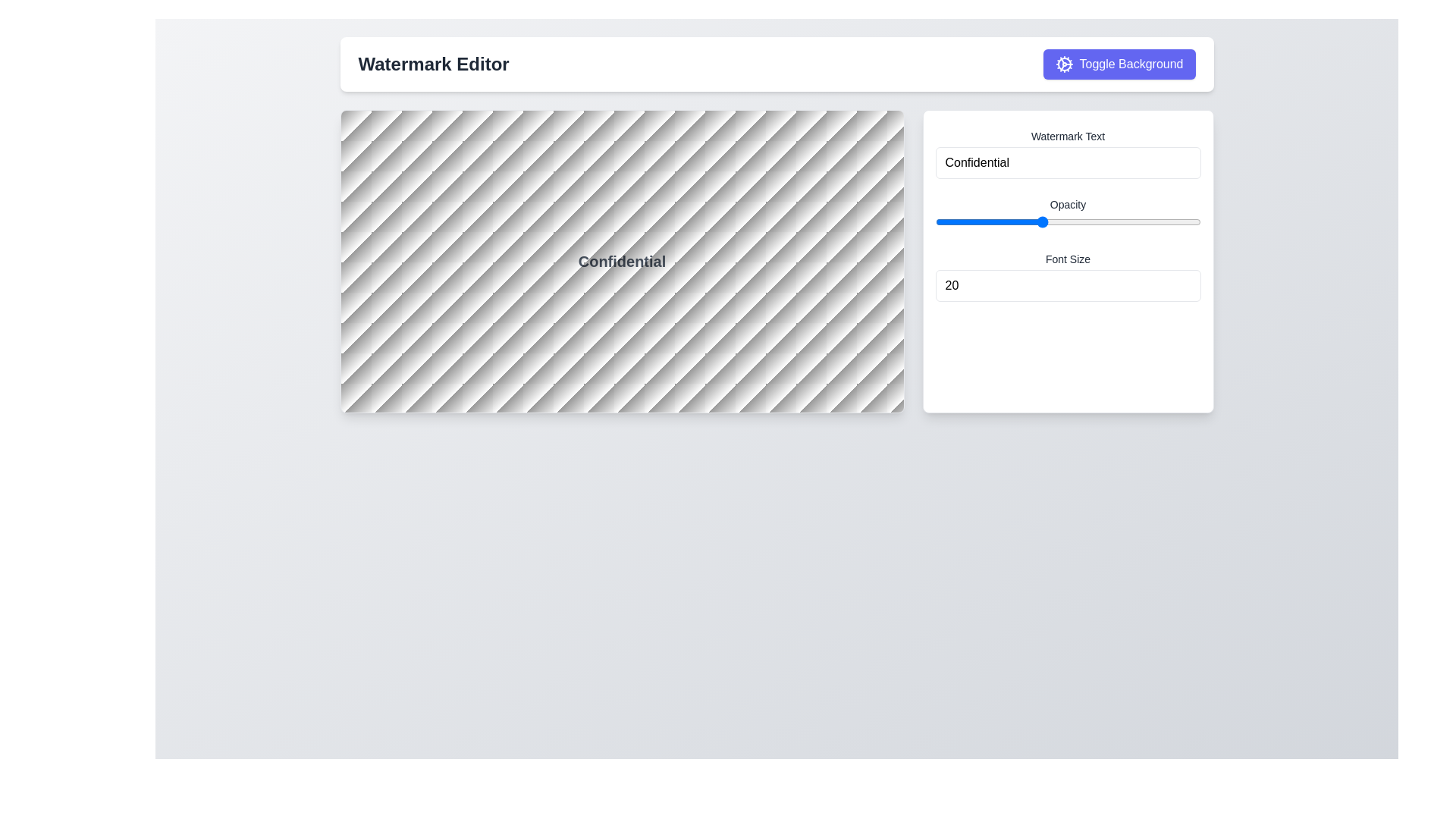 Image resolution: width=1456 pixels, height=819 pixels. I want to click on the opacity value, so click(934, 222).